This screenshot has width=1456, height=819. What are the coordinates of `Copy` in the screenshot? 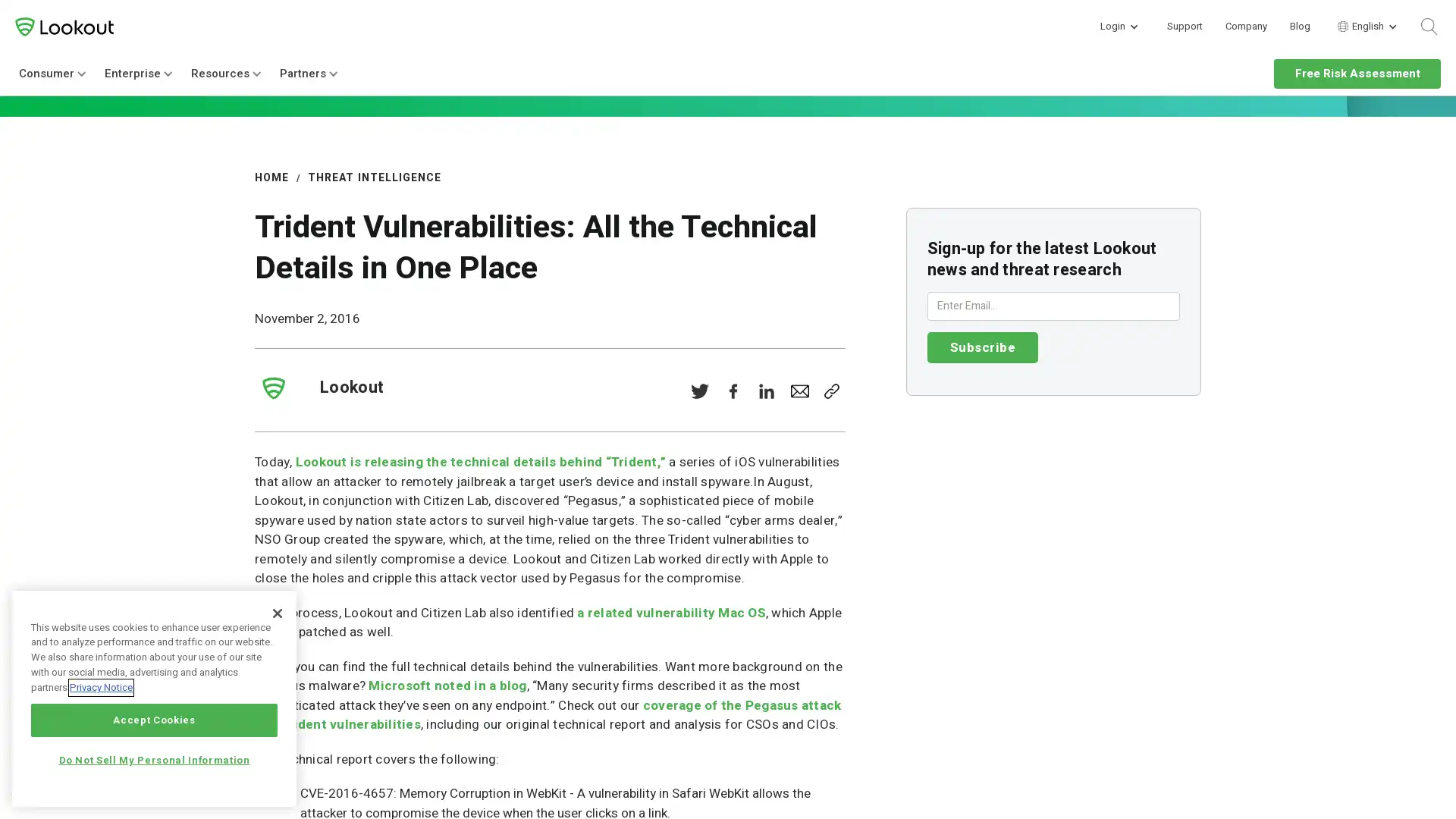 It's located at (830, 390).